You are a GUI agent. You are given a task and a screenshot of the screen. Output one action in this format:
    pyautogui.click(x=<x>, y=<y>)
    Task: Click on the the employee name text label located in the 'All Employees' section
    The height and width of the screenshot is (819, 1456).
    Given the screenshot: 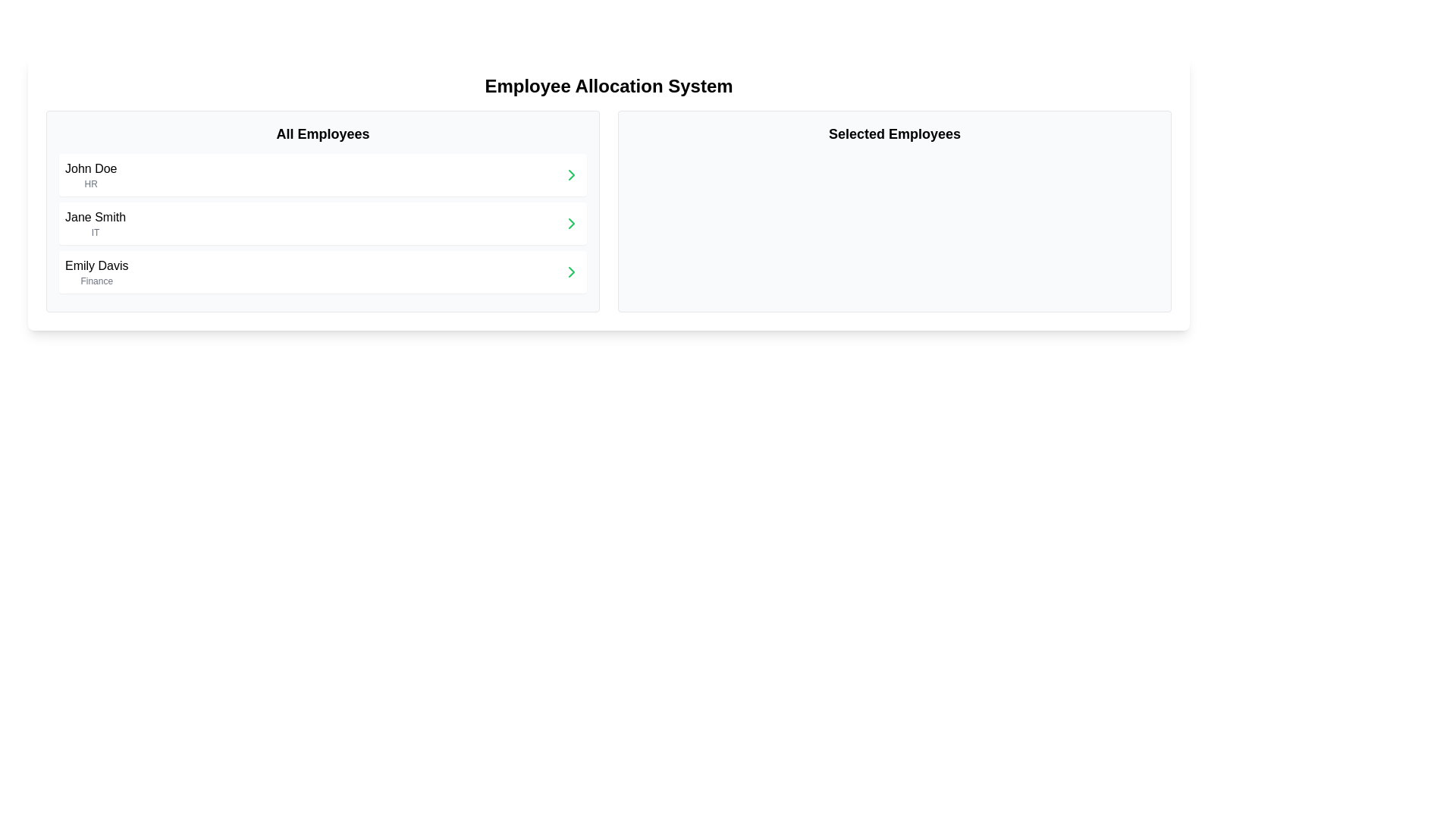 What is the action you would take?
    pyautogui.click(x=90, y=169)
    